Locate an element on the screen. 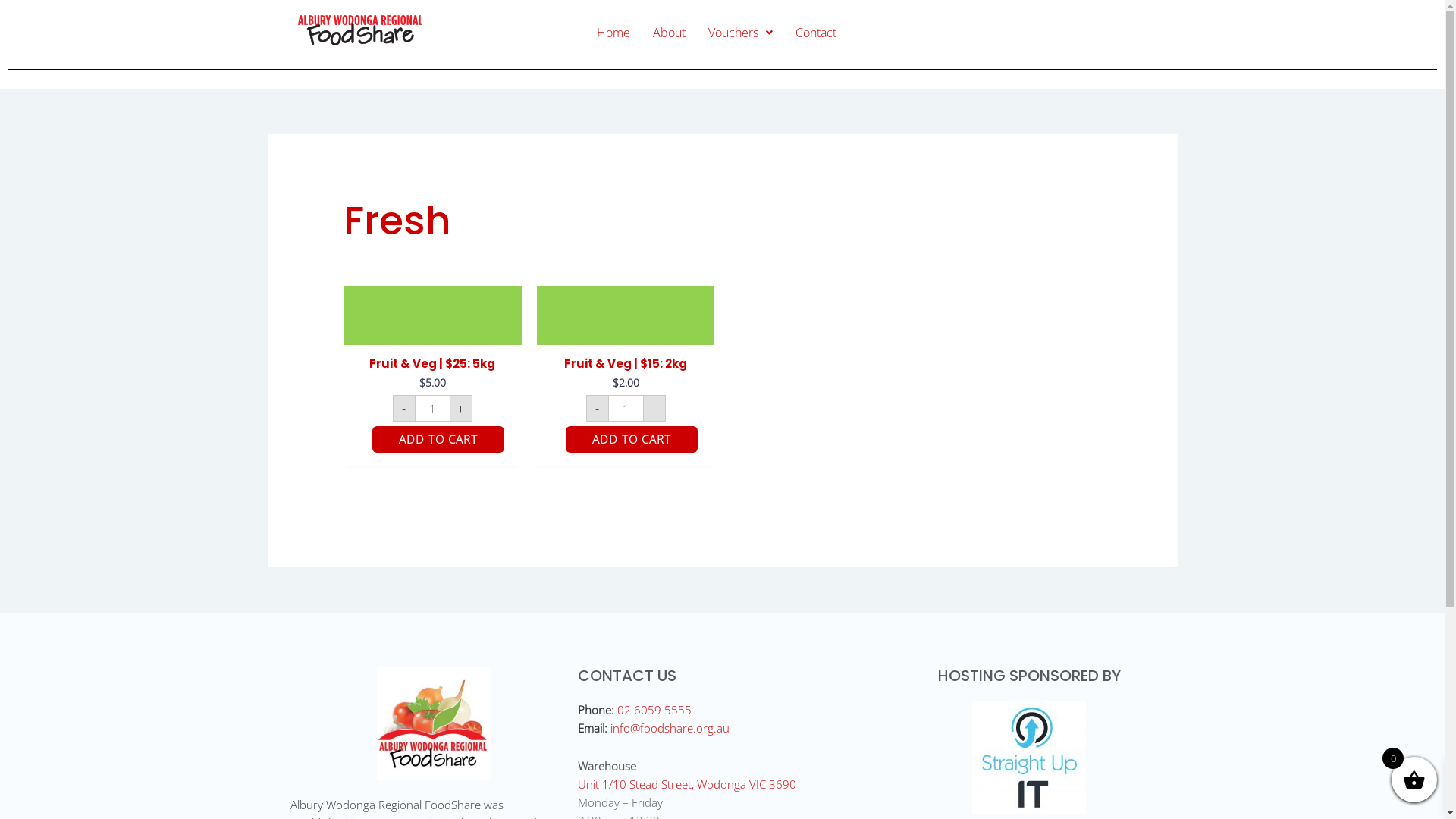 The width and height of the screenshot is (1456, 819). 'Unit 1/10 Stead Street, Wodonga VIC 3690' is located at coordinates (686, 783).